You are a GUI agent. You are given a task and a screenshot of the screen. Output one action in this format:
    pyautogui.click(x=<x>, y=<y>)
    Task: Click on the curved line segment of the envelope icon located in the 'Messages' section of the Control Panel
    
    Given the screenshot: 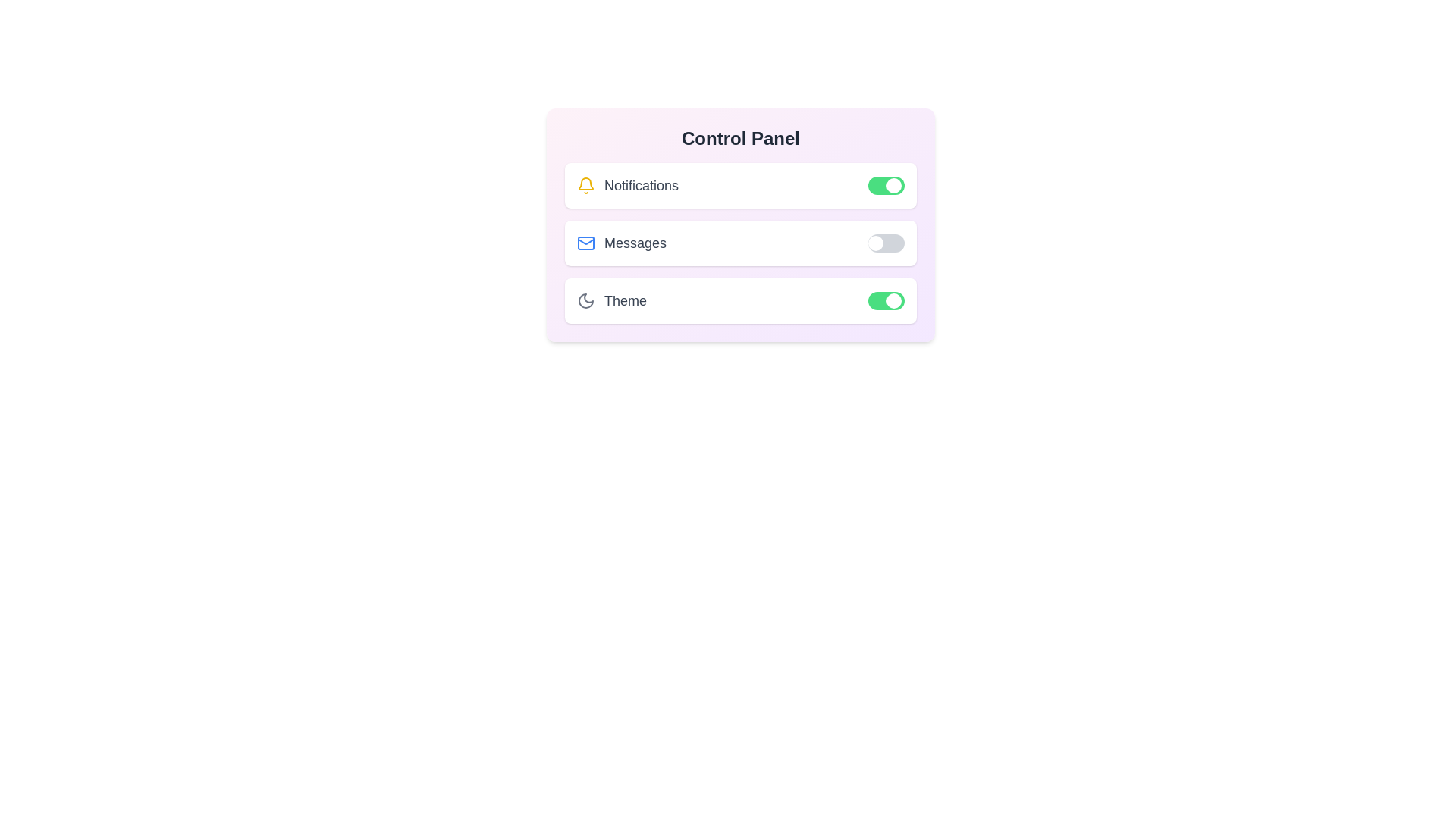 What is the action you would take?
    pyautogui.click(x=585, y=240)
    